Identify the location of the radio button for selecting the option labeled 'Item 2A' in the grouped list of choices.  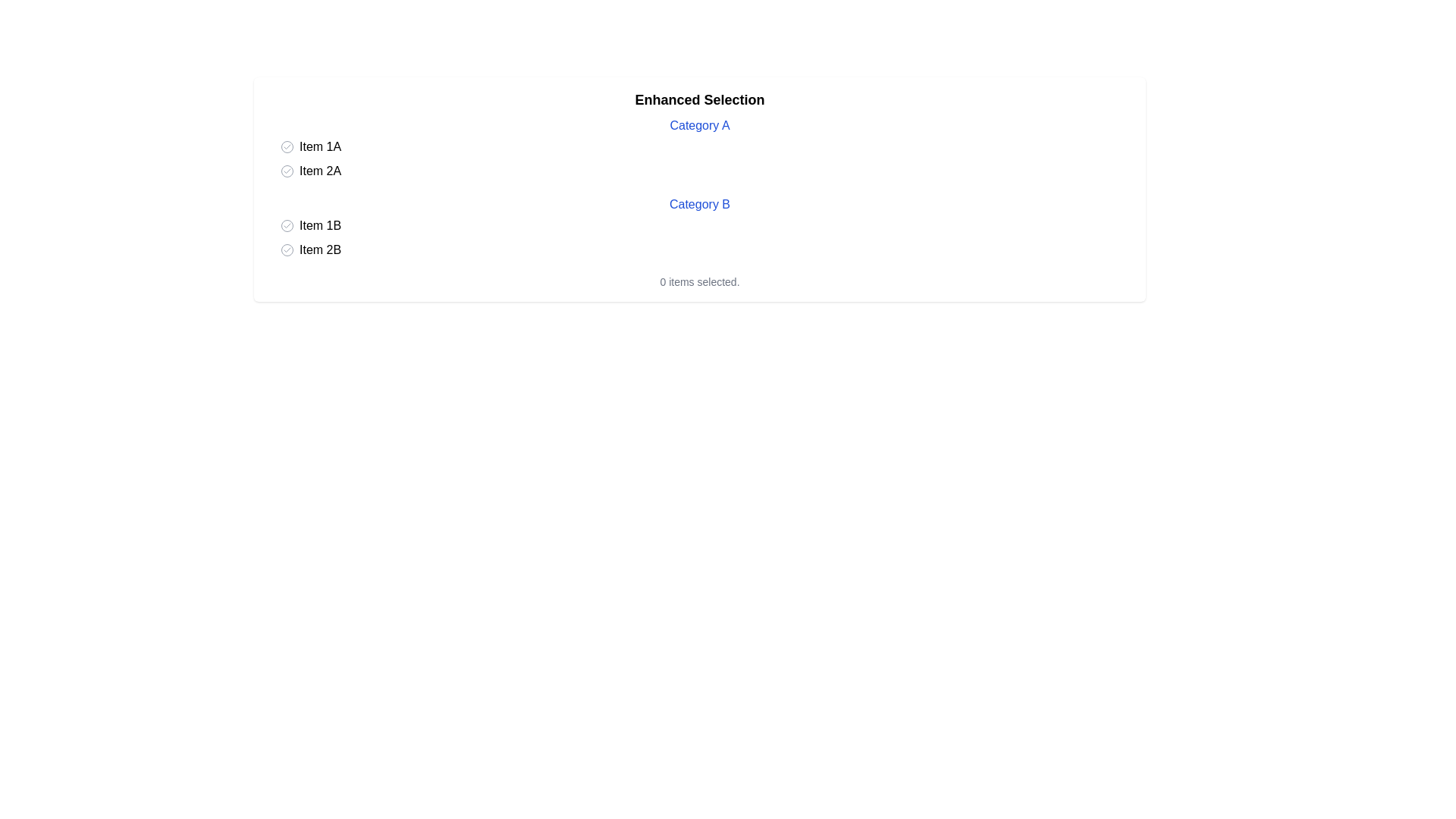
(287, 171).